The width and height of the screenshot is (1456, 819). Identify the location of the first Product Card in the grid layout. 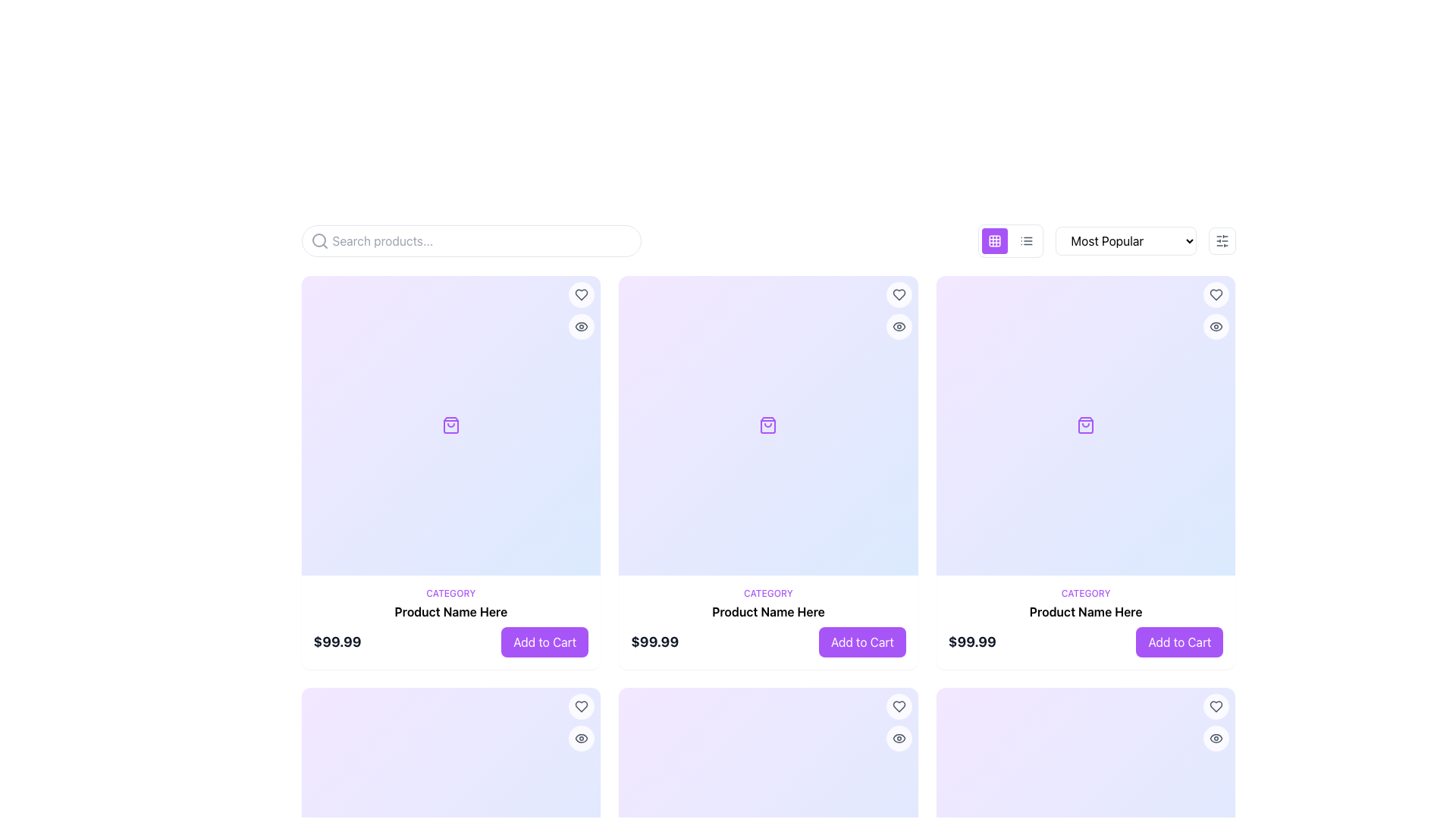
(450, 472).